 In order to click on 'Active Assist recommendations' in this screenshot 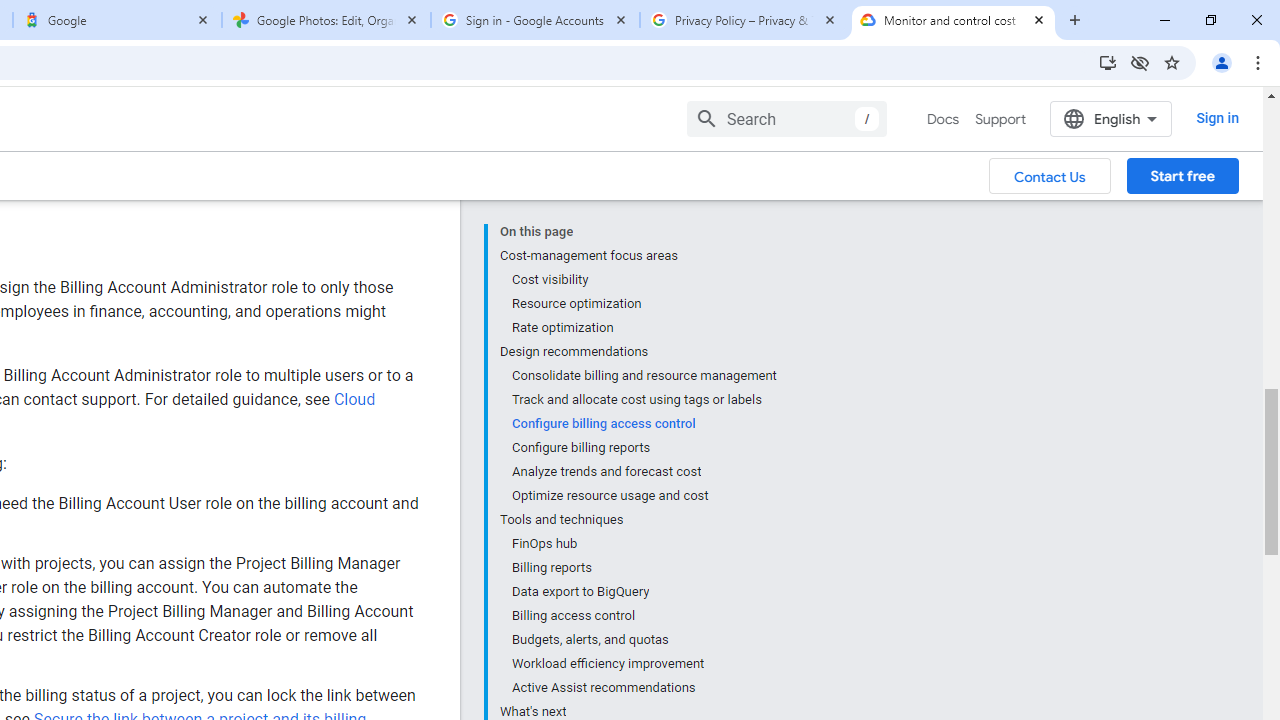, I will do `click(643, 686)`.